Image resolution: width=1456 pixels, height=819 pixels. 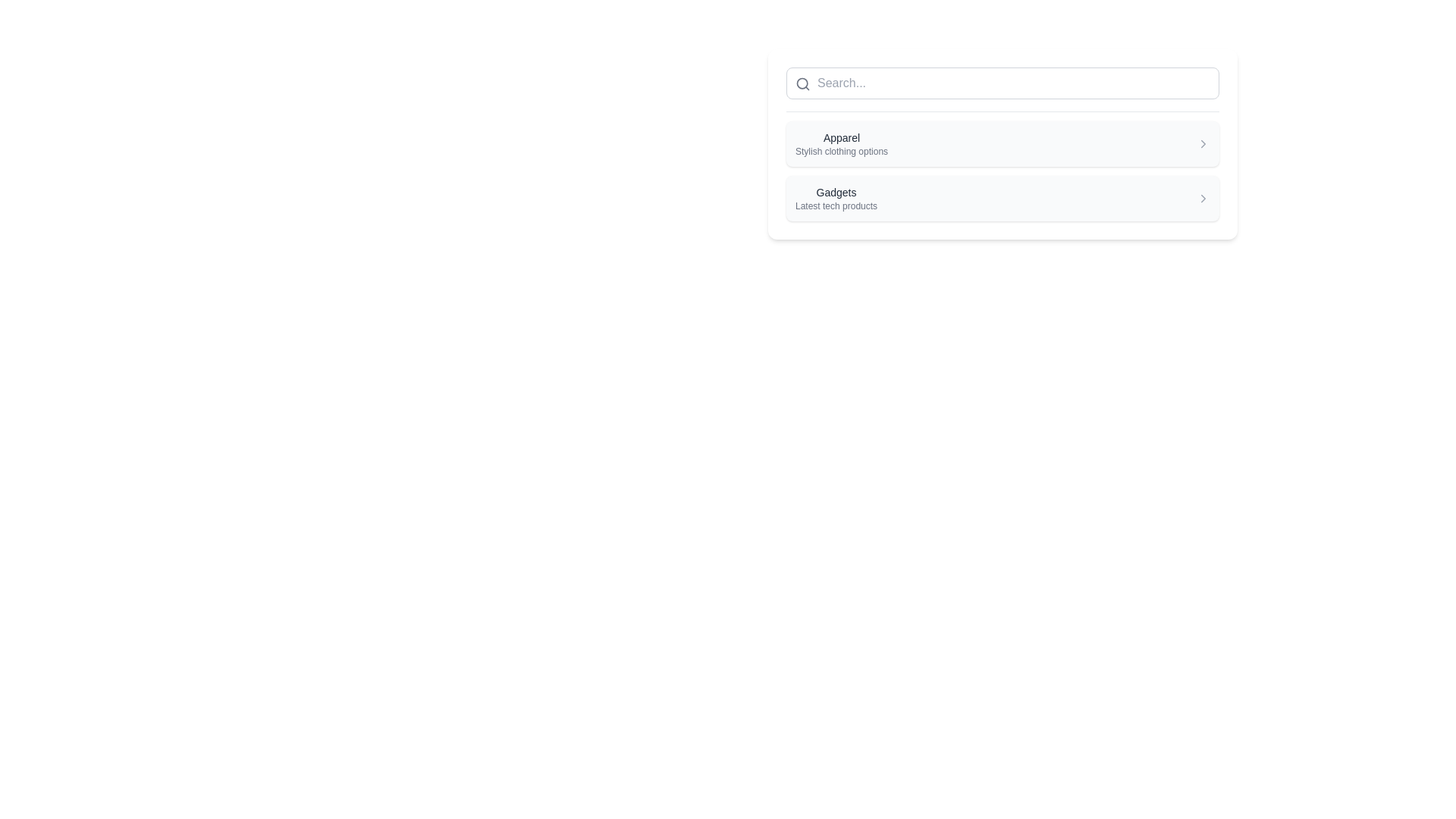 What do you see at coordinates (840, 143) in the screenshot?
I see `the two-line labeled text block that displays 'Apparel' in bold and 'Stylish clothing options' below it` at bounding box center [840, 143].